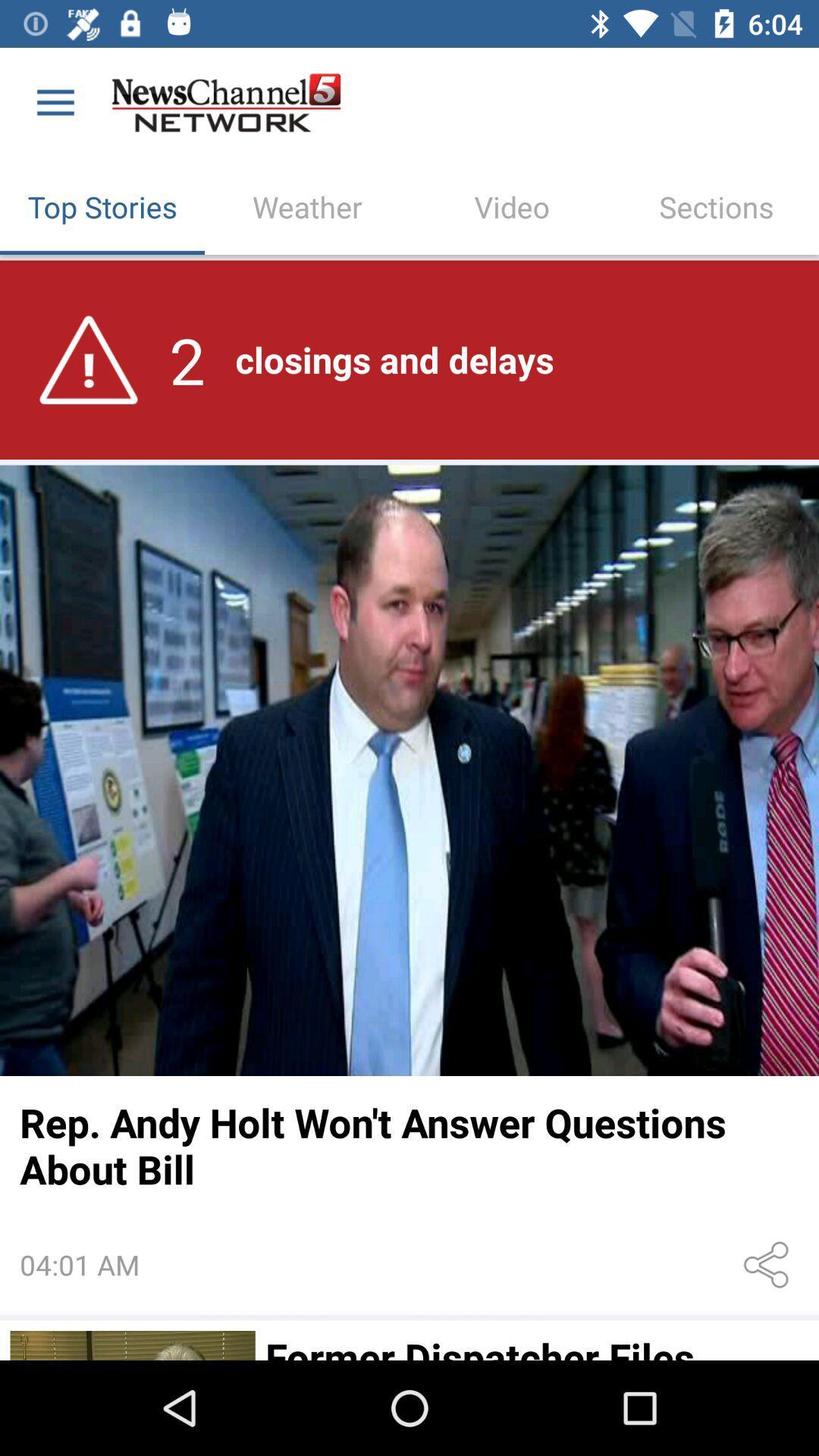  What do you see at coordinates (409, 770) in the screenshot?
I see `full story` at bounding box center [409, 770].